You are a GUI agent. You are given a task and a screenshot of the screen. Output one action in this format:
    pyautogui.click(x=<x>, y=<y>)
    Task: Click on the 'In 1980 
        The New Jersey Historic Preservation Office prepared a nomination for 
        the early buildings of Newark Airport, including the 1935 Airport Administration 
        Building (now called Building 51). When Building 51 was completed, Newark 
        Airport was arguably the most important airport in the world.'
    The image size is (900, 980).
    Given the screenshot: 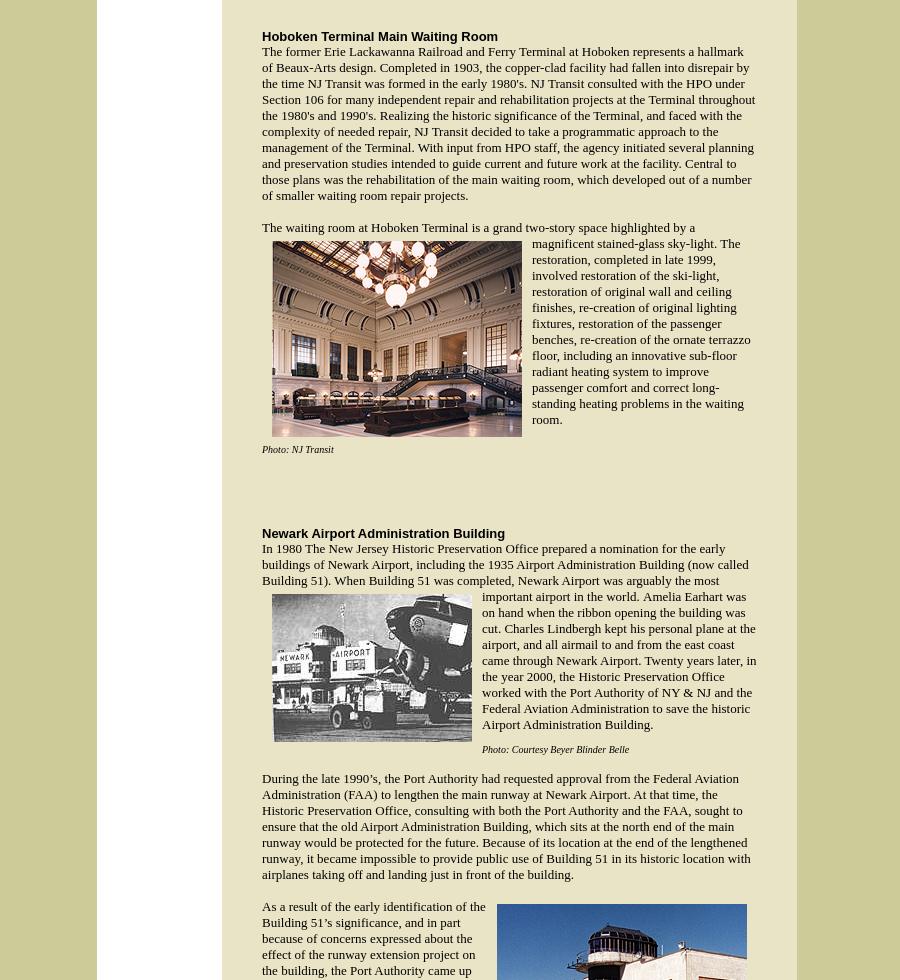 What is the action you would take?
    pyautogui.click(x=503, y=572)
    